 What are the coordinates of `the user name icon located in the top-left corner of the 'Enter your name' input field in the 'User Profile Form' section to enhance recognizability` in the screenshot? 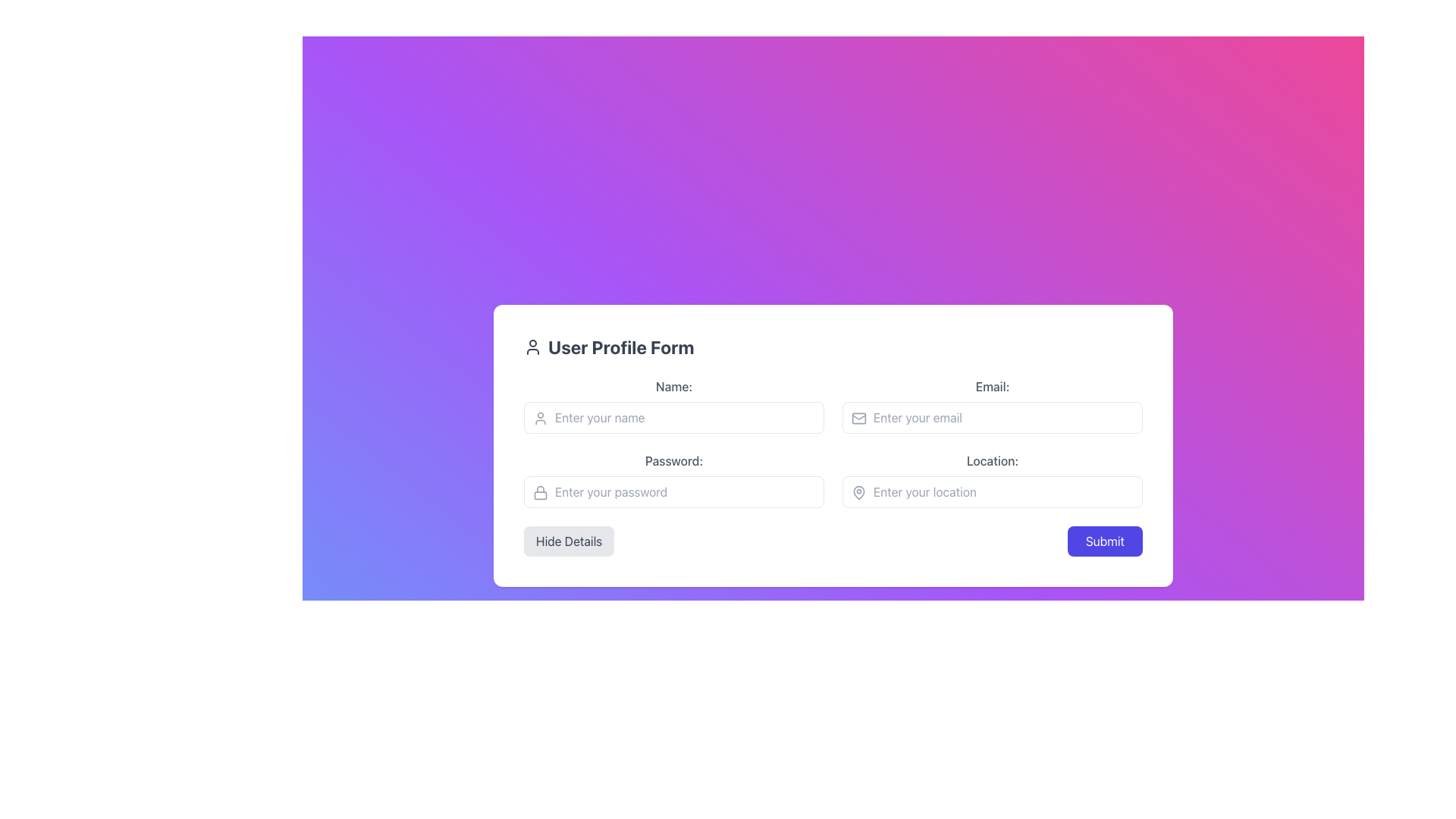 It's located at (541, 418).